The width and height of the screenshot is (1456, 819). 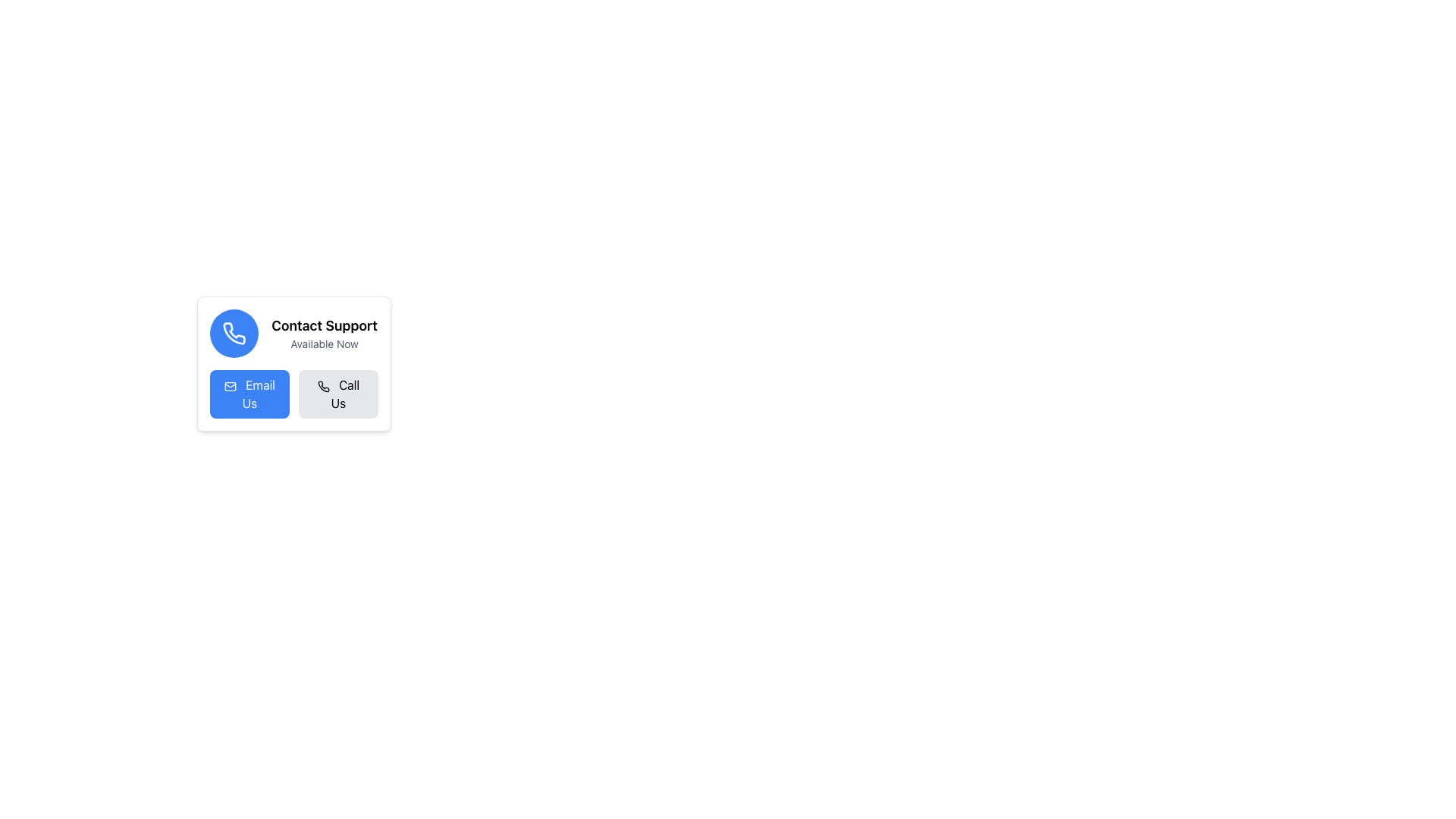 I want to click on the SVG mail icon located within the 'Email Us' button on the bottom-left of the card layout, so click(x=230, y=385).